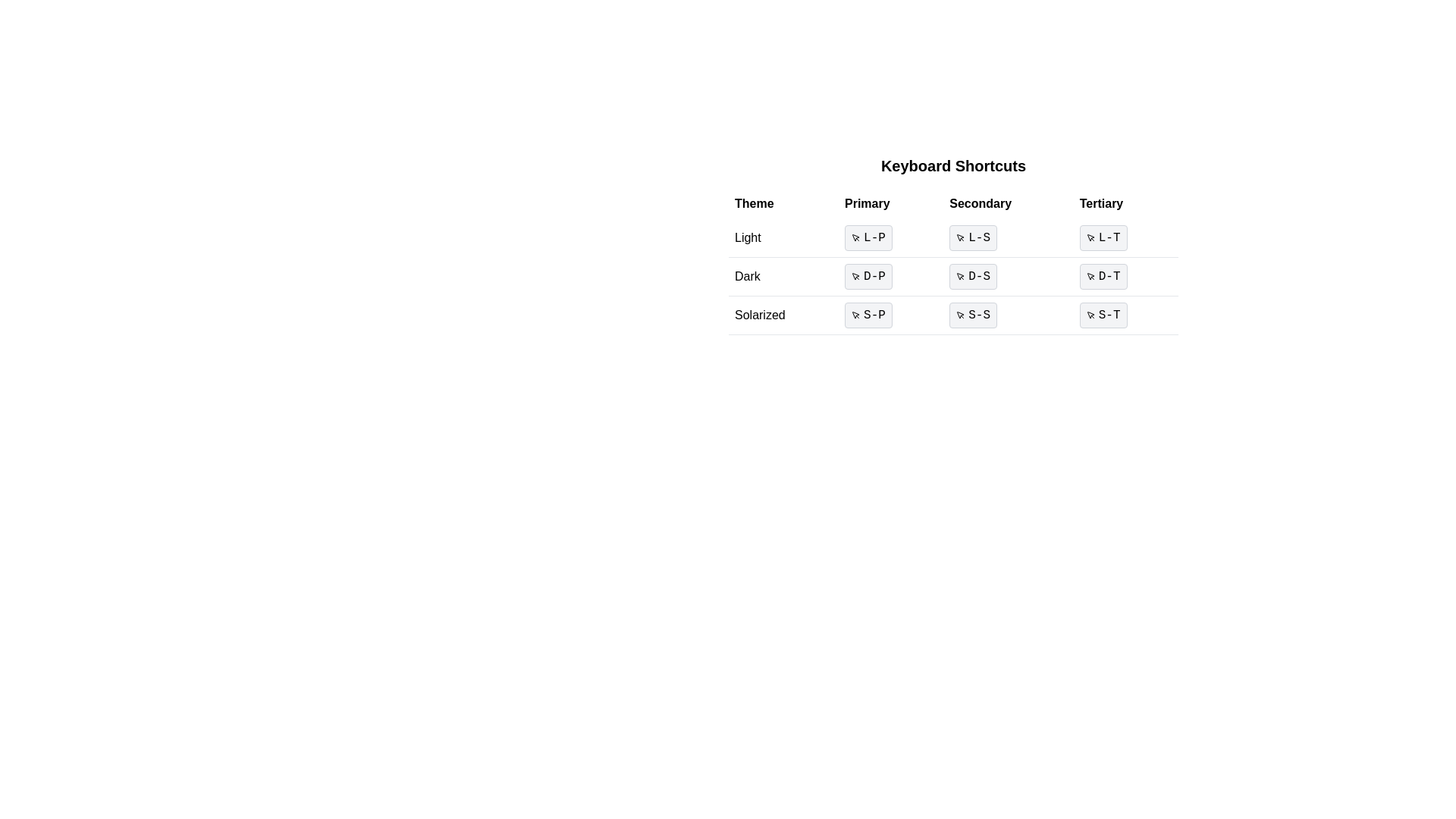  What do you see at coordinates (960, 276) in the screenshot?
I see `the icon representing the 'Dark' theme's secondary shortcut located in the second row of the table under the 'Secondary' column` at bounding box center [960, 276].